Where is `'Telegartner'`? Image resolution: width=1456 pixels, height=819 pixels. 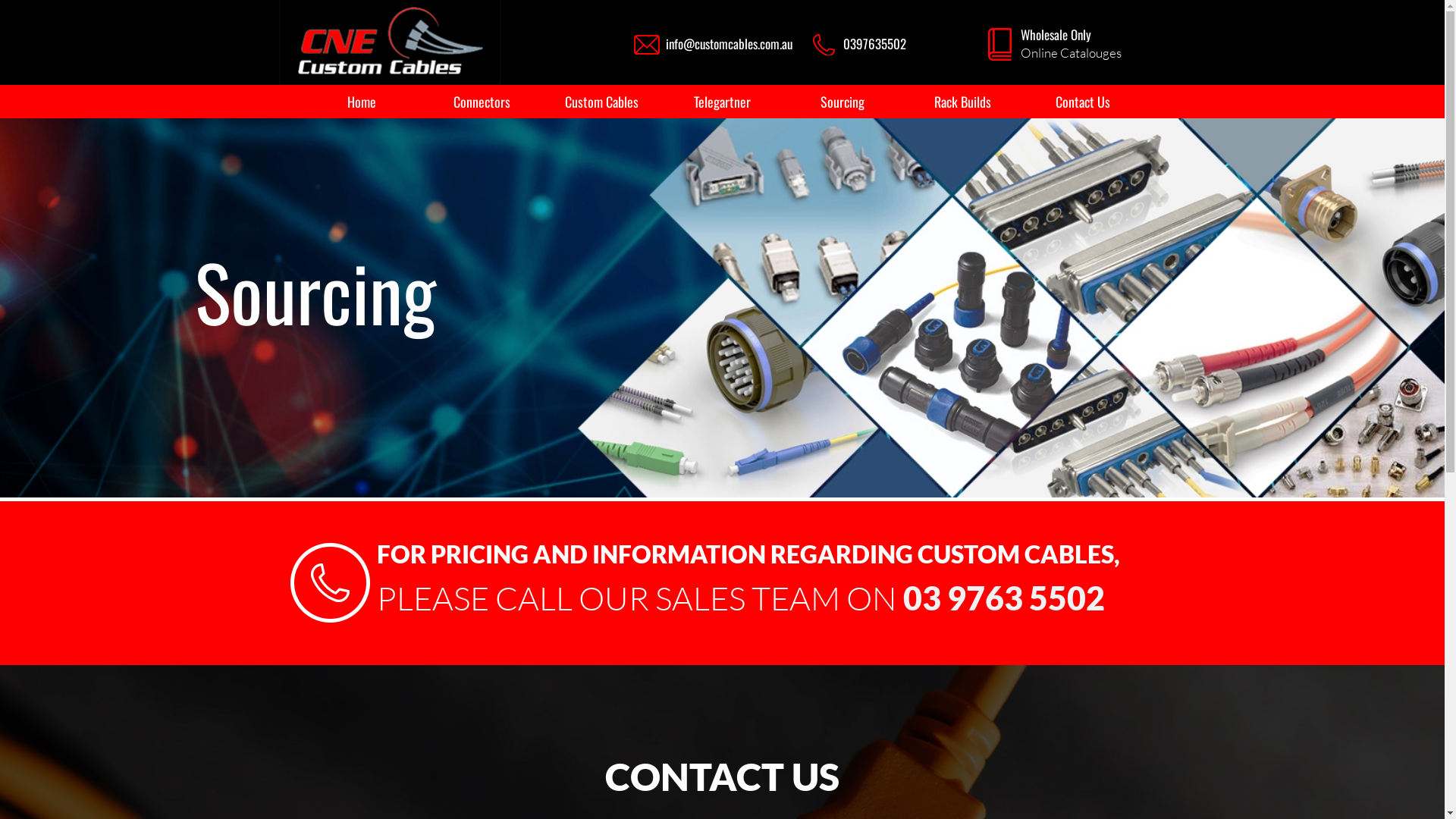
'Telegartner' is located at coordinates (662, 102).